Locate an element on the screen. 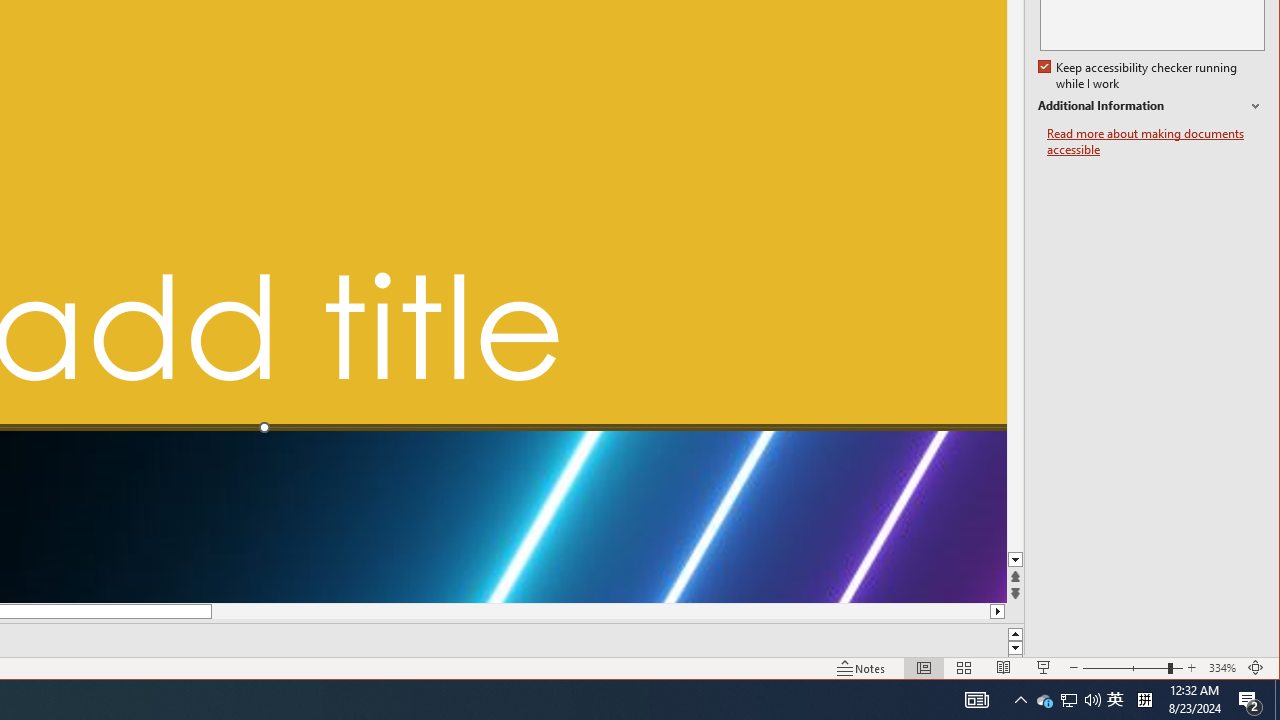 This screenshot has width=1280, height=720. 'Read more about making documents accessible' is located at coordinates (1155, 141).